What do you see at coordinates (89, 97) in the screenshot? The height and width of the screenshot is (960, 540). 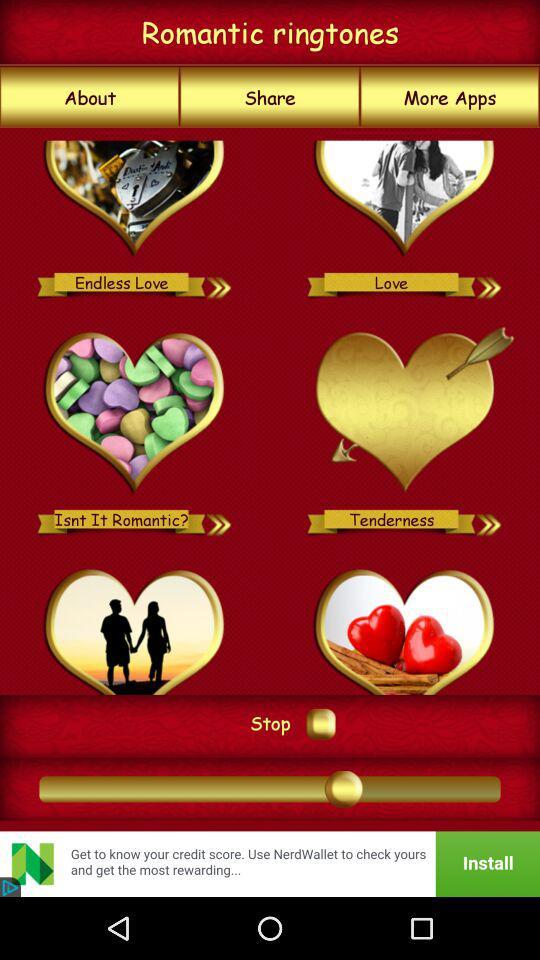 I see `the icon below romantic ringtones icon` at bounding box center [89, 97].